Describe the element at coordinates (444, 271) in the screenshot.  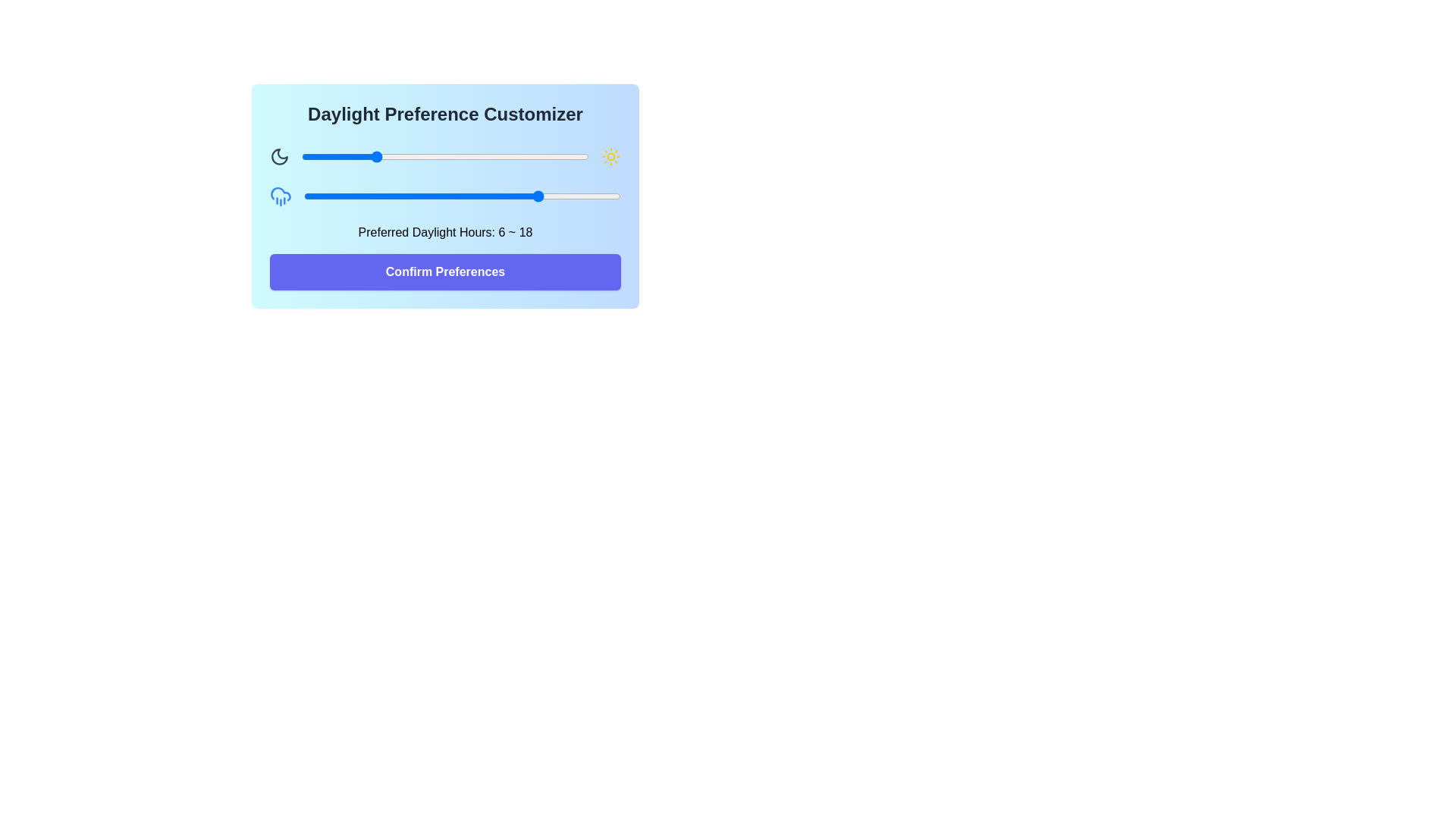
I see `the 'Confirm Preferences' button, which has a prominent indigo background and white bold text` at that location.